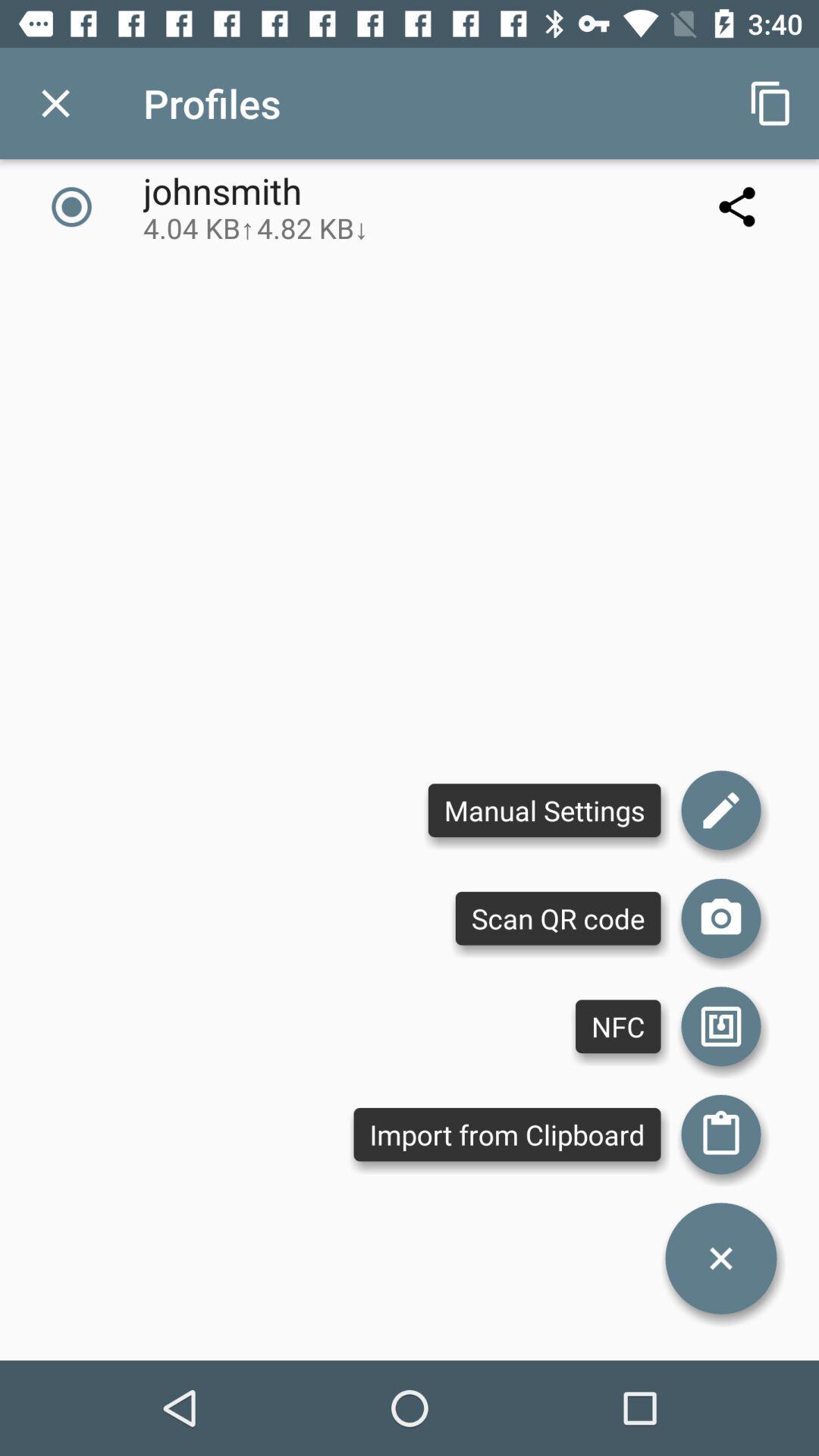  I want to click on scan qr code option, so click(720, 918).